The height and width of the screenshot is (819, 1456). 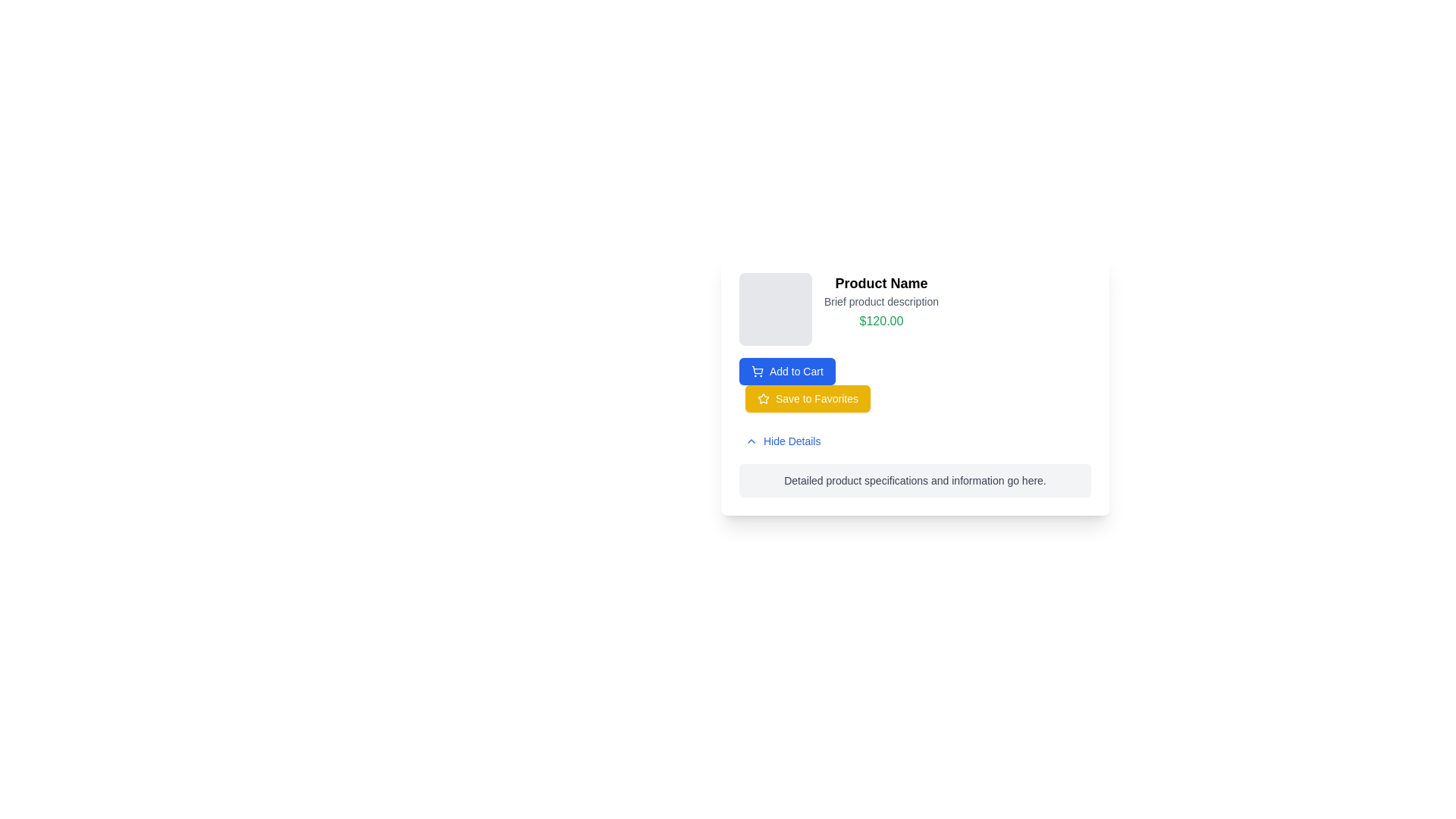 What do you see at coordinates (914, 480) in the screenshot?
I see `the Static Text Block that contains the text 'Detailed product specifications and information go here.' located at the bottom of the card layout` at bounding box center [914, 480].